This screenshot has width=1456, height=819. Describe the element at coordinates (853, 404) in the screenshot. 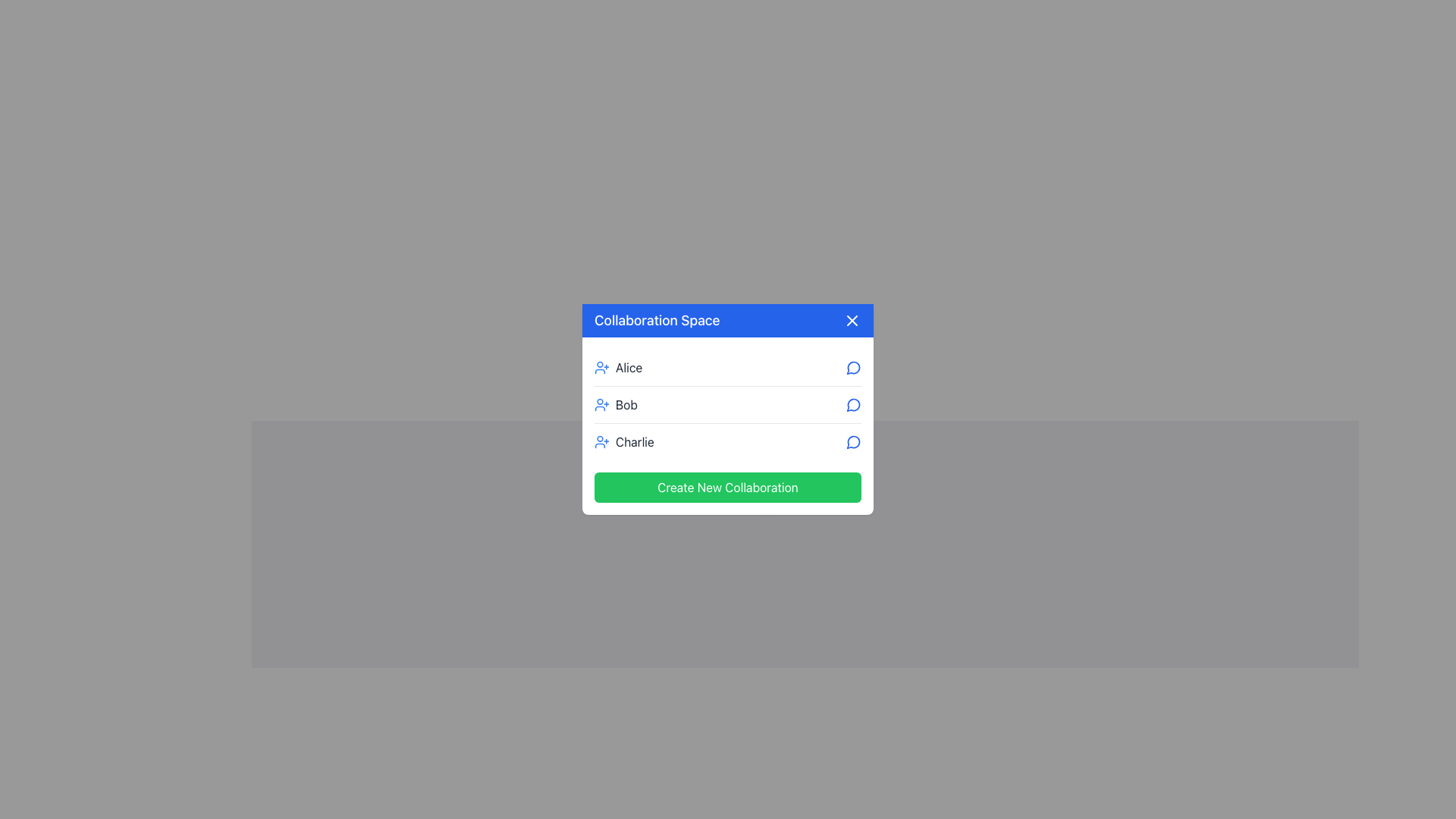

I see `the messaging icon located at the far right of Bob's row in the Collaboration Space` at that location.